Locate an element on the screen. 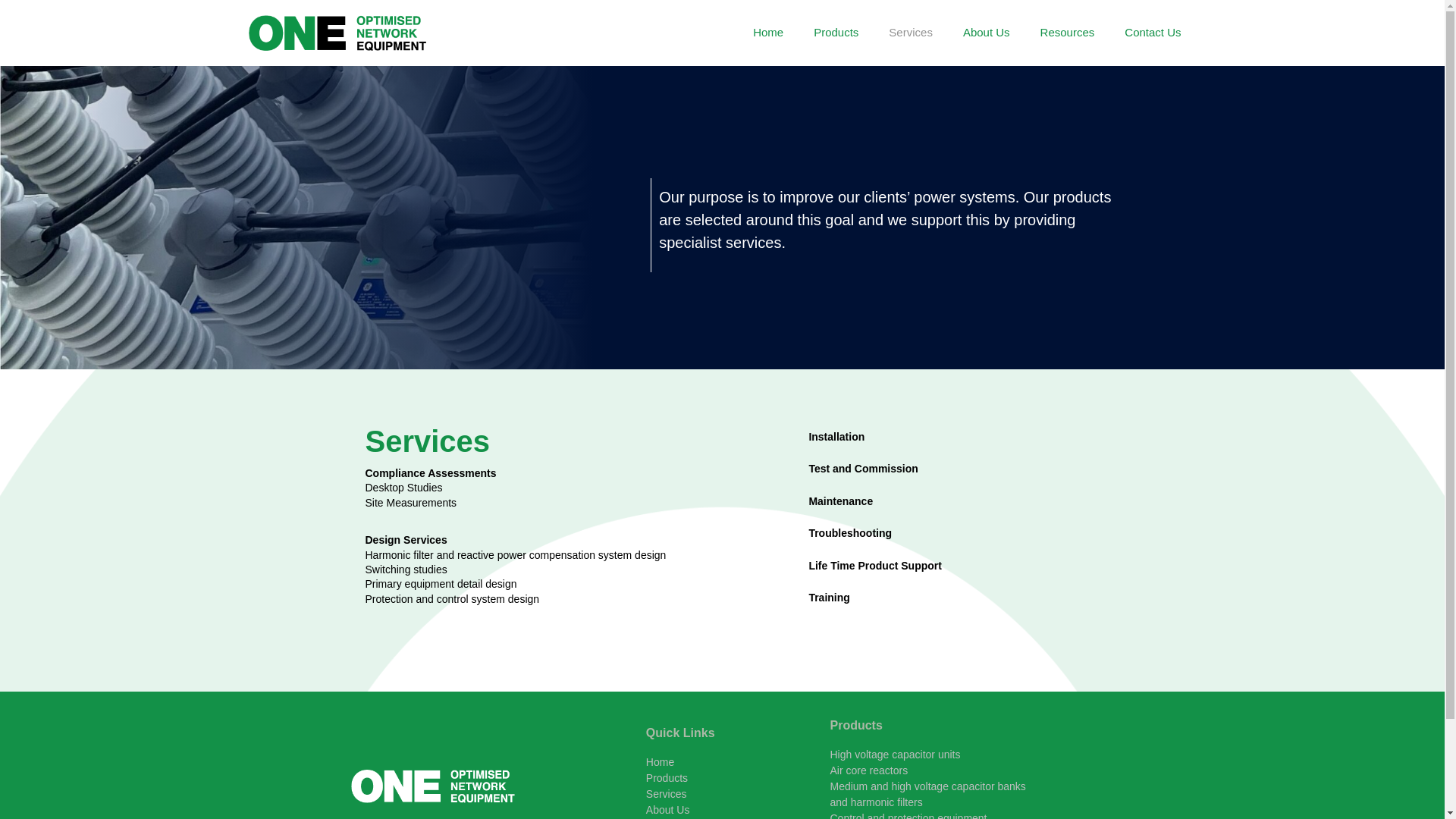 The width and height of the screenshot is (1456, 819). 'Resources' is located at coordinates (1066, 32).